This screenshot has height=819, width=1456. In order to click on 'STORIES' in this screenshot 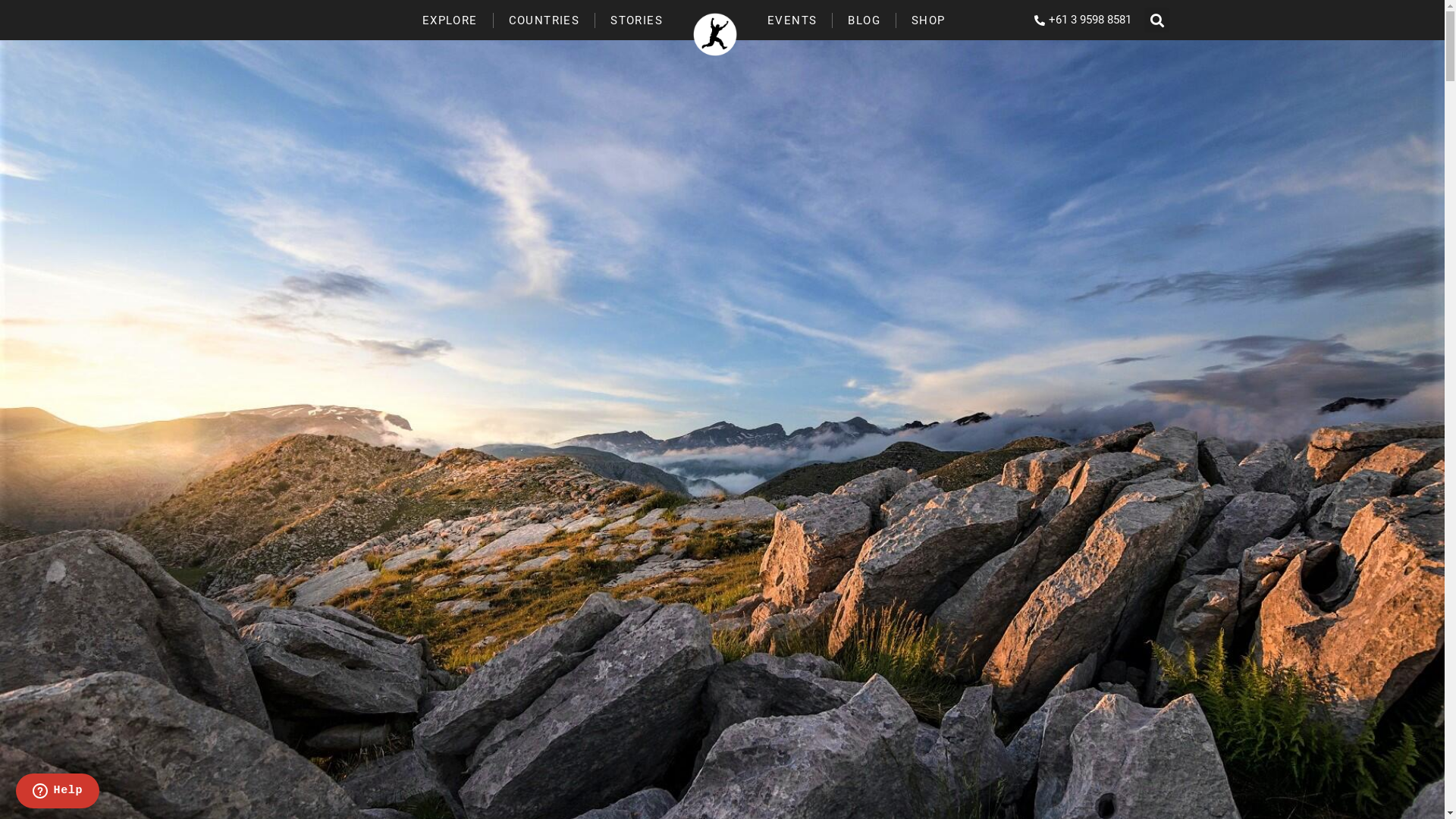, I will do `click(636, 20)`.